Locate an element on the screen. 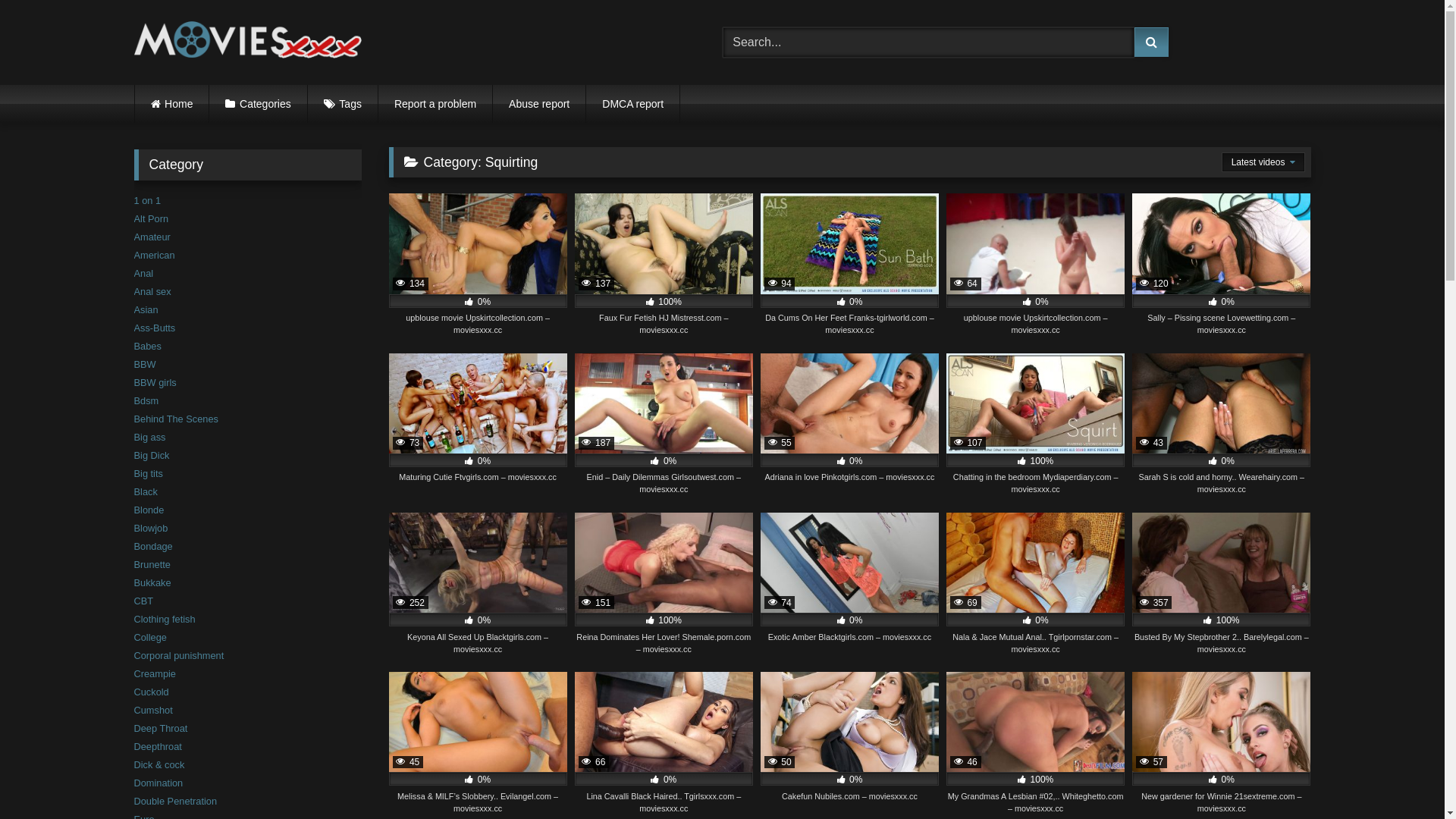  'Creampie' is located at coordinates (133, 673).